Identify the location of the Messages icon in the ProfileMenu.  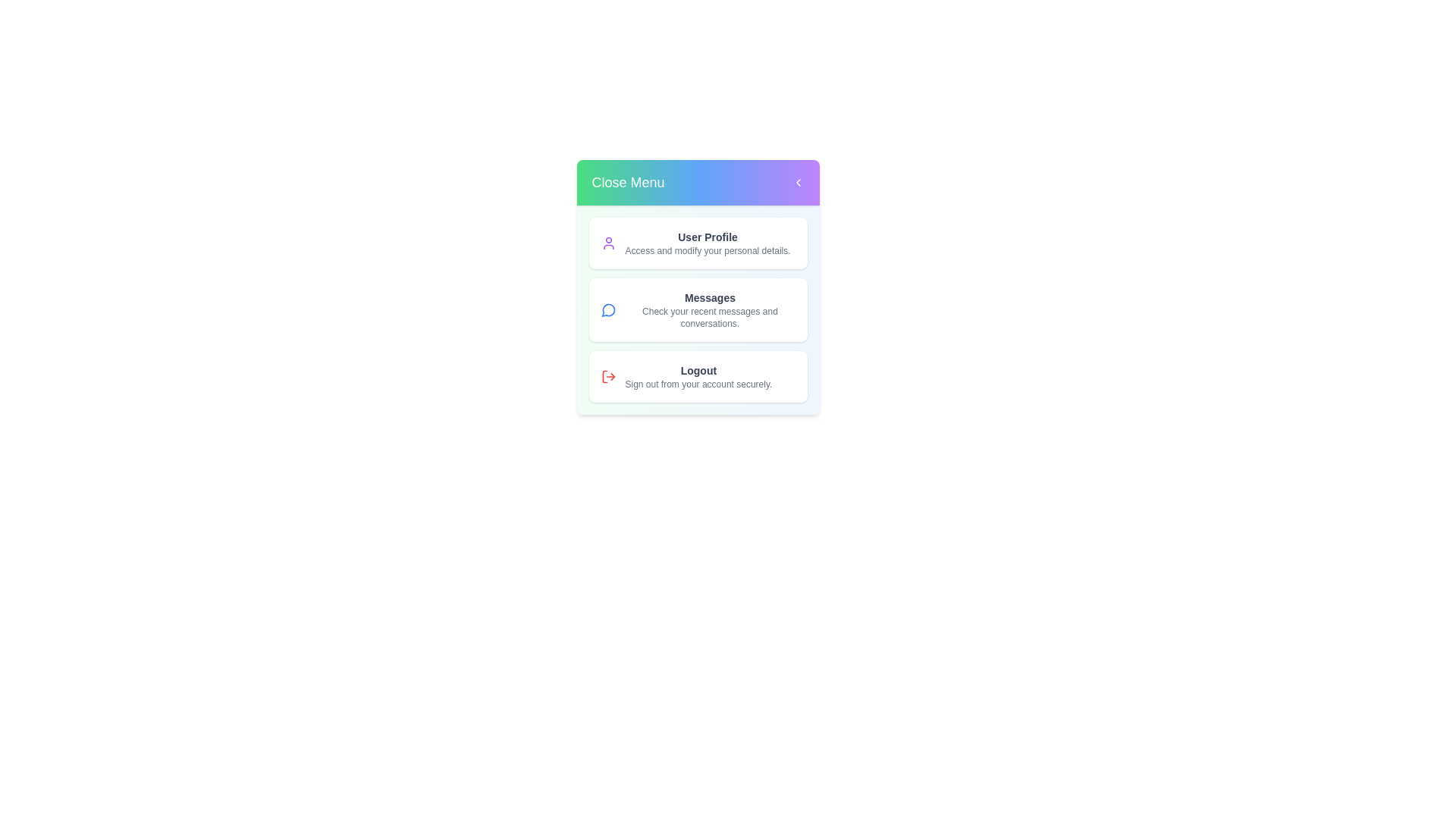
(608, 309).